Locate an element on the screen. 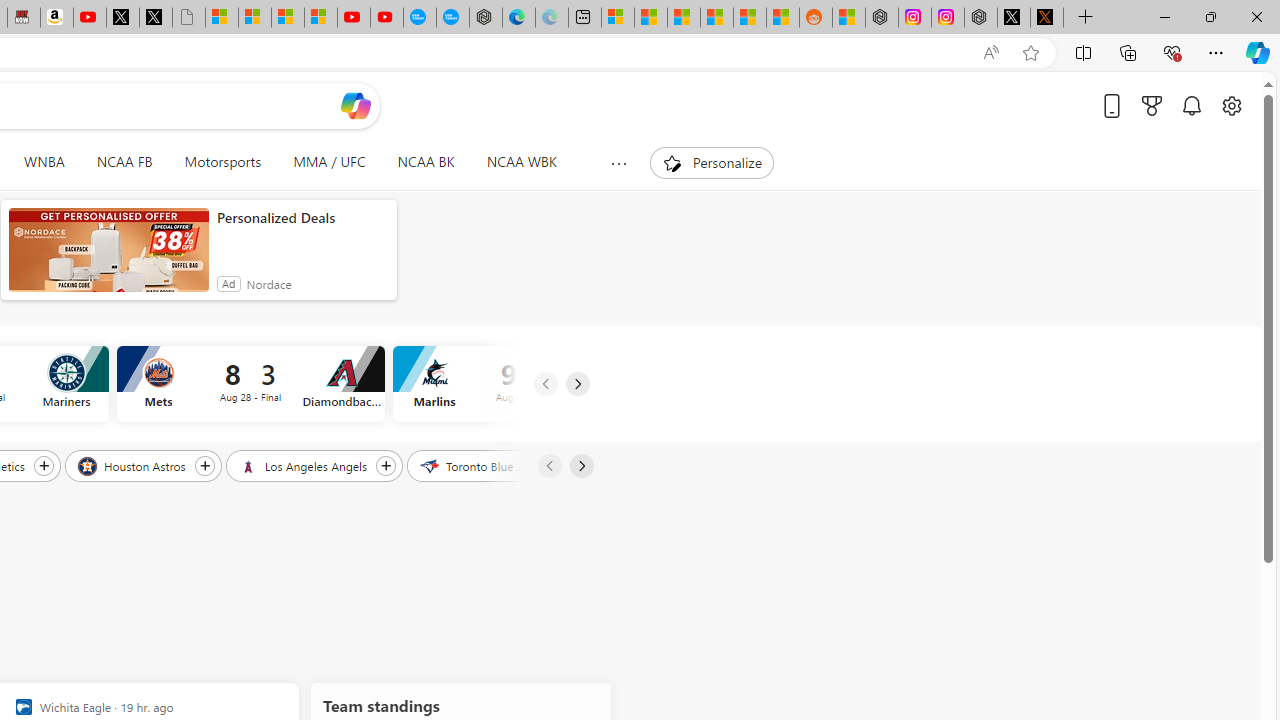 The height and width of the screenshot is (720, 1280). 'Motorsports' is located at coordinates (222, 162).